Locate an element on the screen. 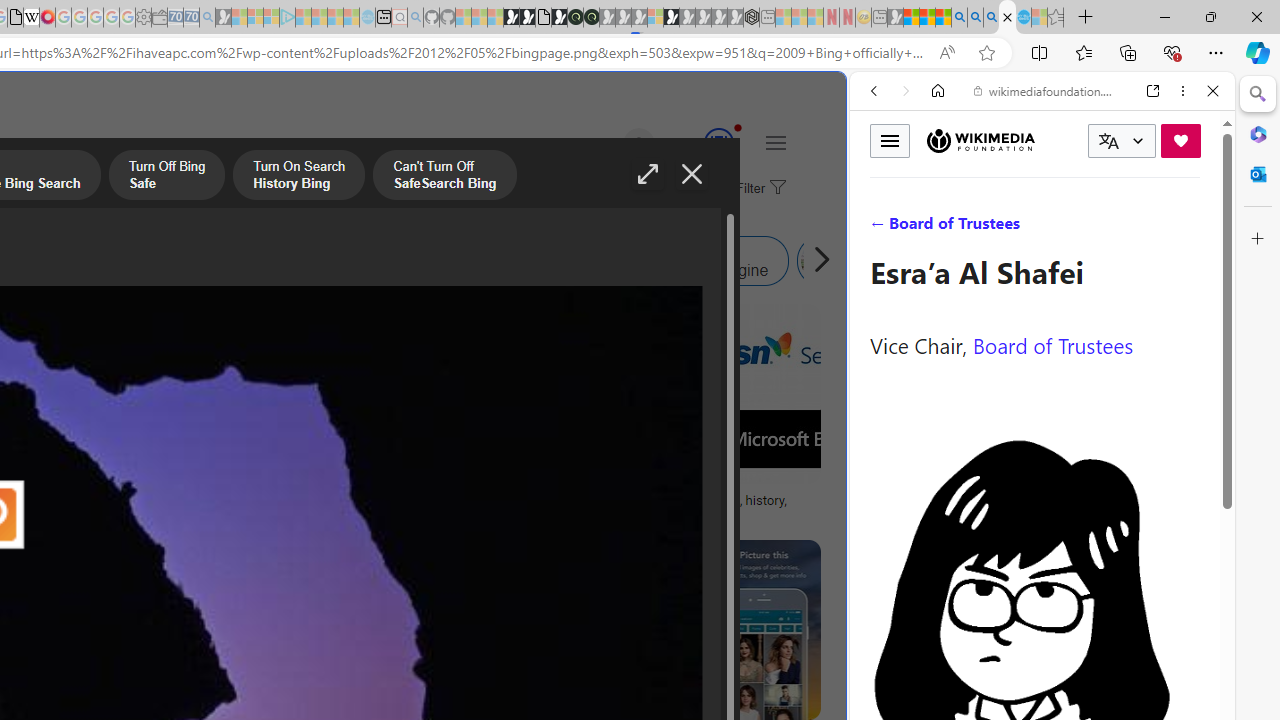 Image resolution: width=1280 pixels, height=720 pixels. 'Future Focus Report 2024' is located at coordinates (590, 17).